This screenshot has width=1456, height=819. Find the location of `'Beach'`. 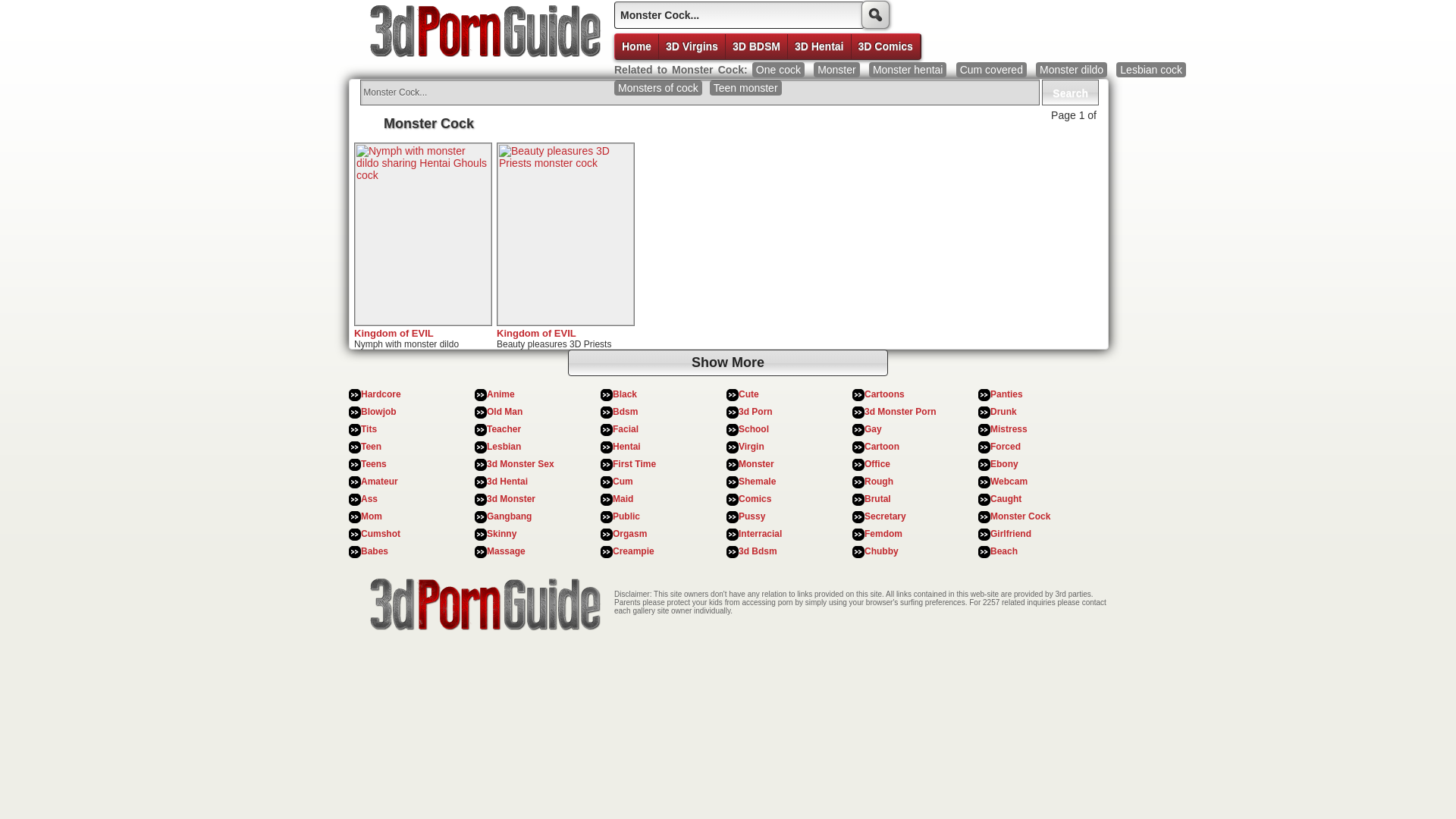

'Beach' is located at coordinates (1004, 551).